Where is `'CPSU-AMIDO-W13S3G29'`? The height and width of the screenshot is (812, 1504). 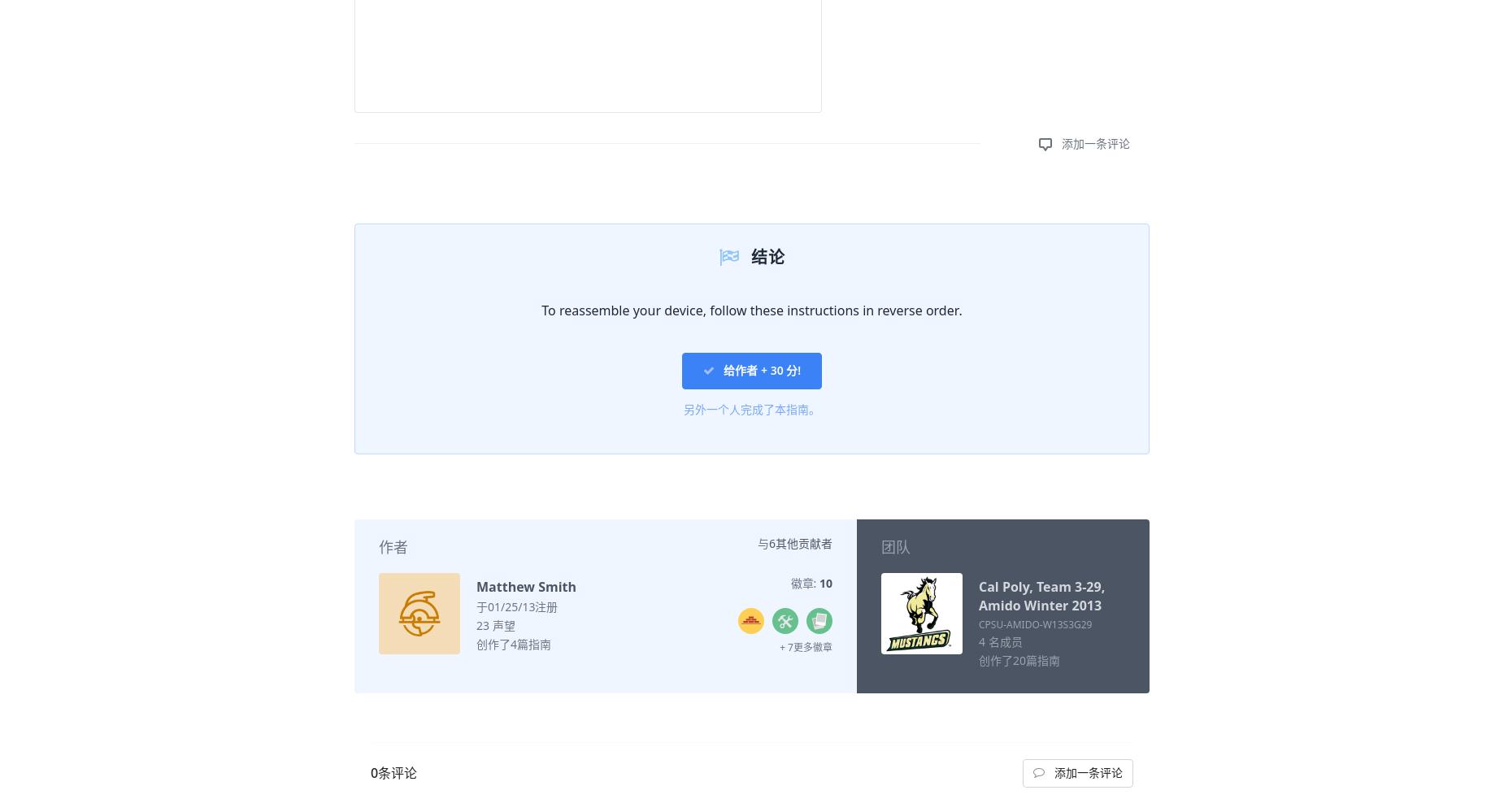
'CPSU-AMIDO-W13S3G29' is located at coordinates (1034, 623).